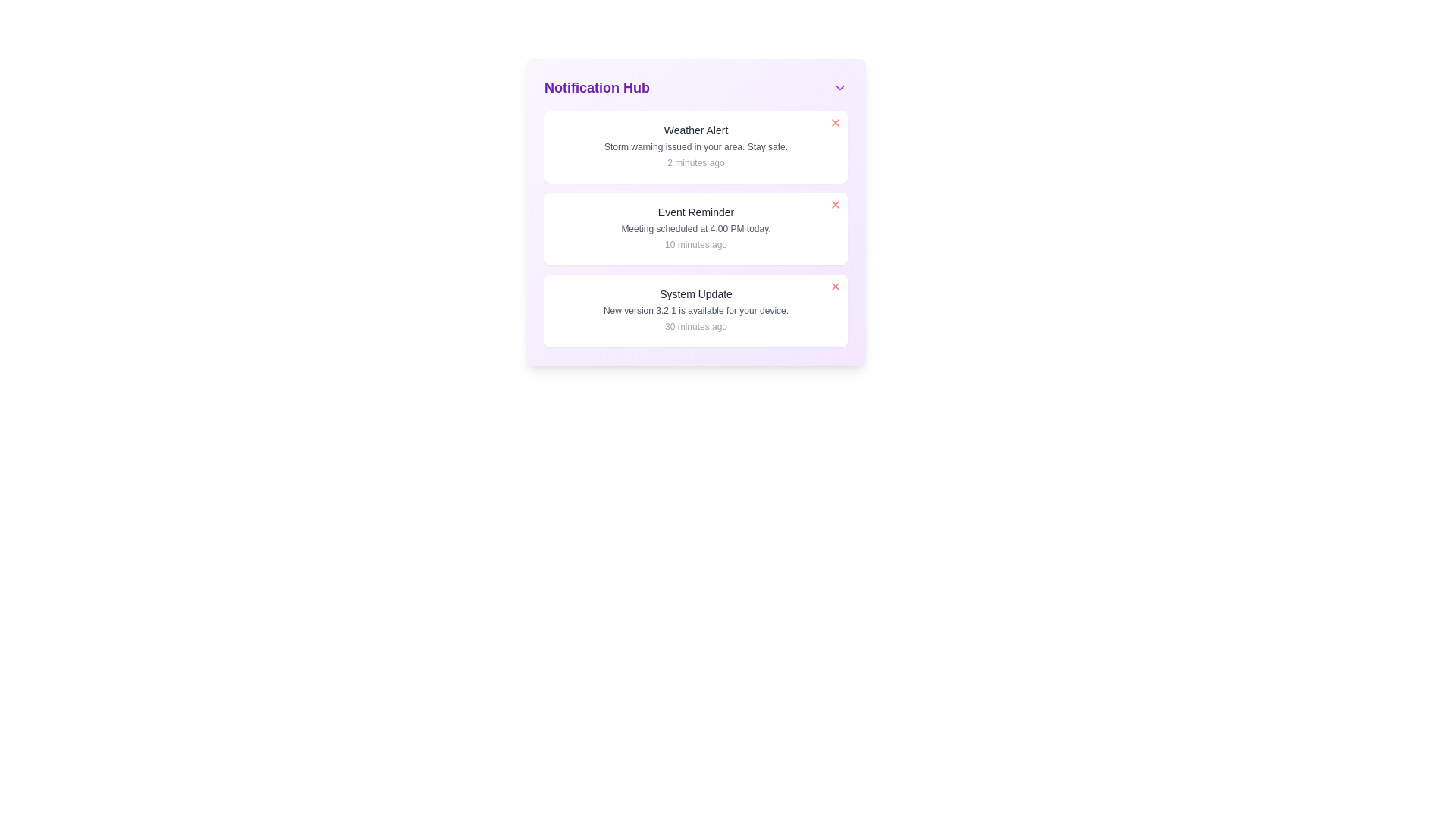 The image size is (1456, 819). What do you see at coordinates (596, 87) in the screenshot?
I see `the 'Notification Hub' text label, which is a large bold purple text at the top of a notification card` at bounding box center [596, 87].